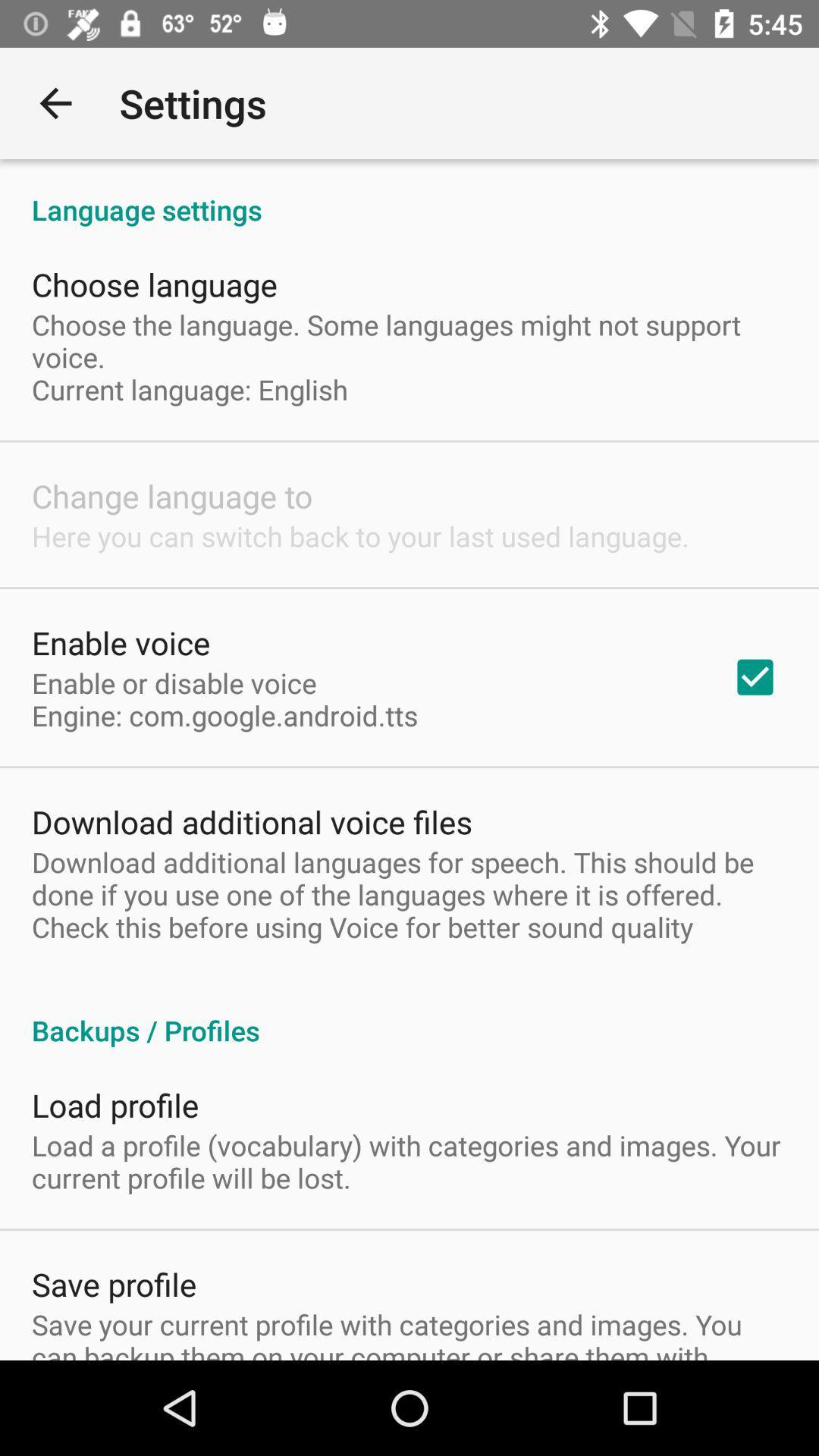  I want to click on the app below the choose the language icon, so click(755, 676).